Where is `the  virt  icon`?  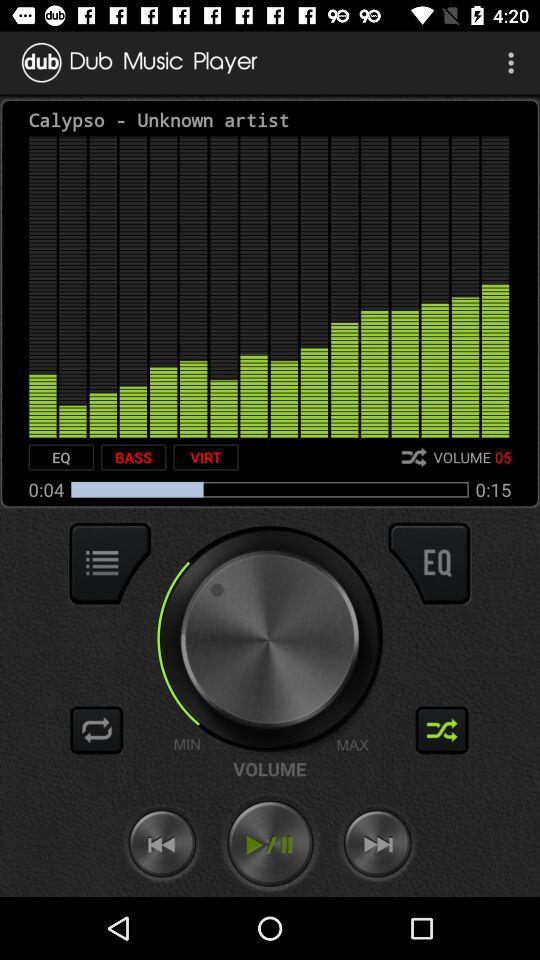
the  virt  icon is located at coordinates (205, 457).